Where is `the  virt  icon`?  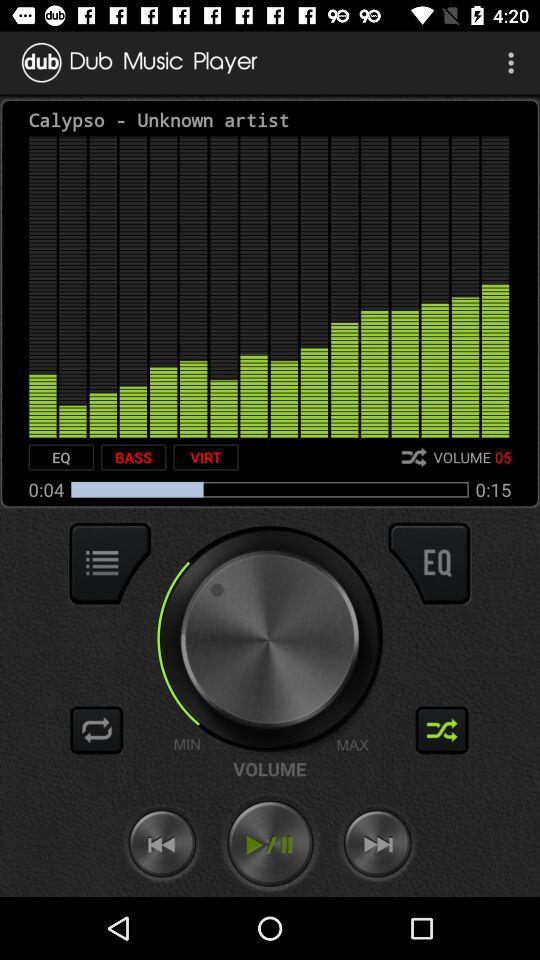
the  virt  icon is located at coordinates (205, 457).